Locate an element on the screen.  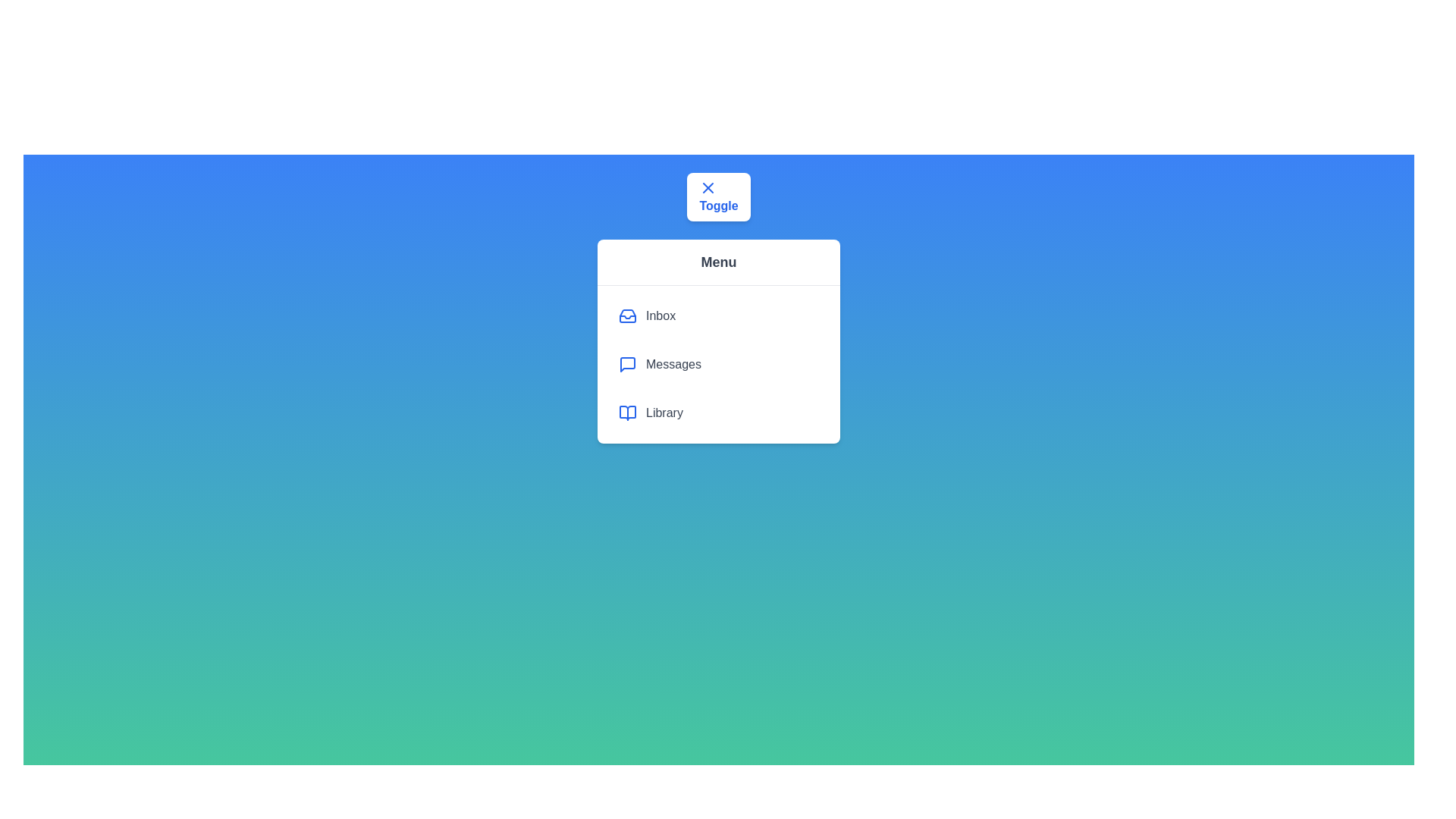
toggle button to toggle the menu visibility is located at coordinates (718, 196).